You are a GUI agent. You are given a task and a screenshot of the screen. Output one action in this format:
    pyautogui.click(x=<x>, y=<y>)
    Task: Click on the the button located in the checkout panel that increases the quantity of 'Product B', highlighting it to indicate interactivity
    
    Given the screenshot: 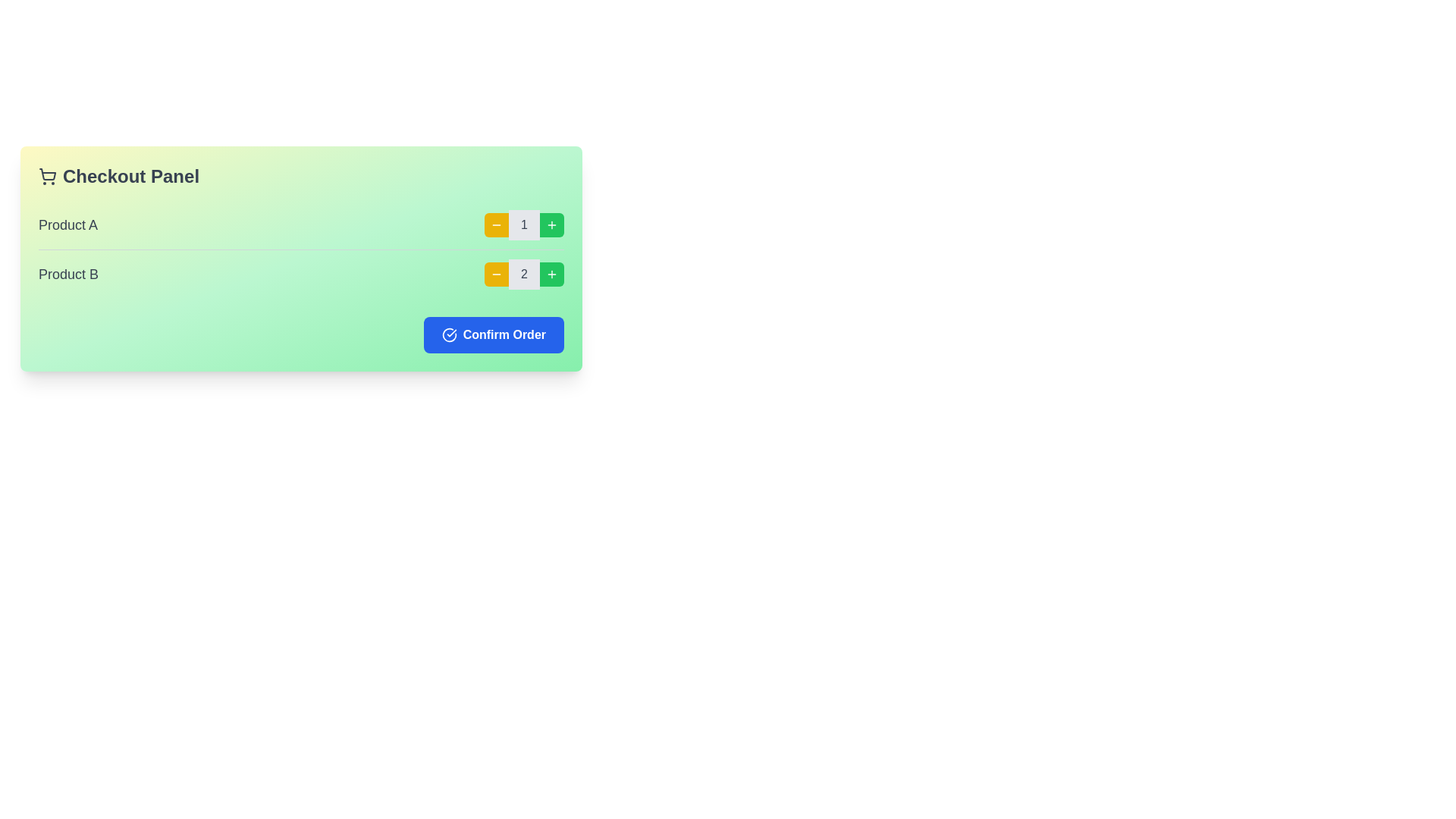 What is the action you would take?
    pyautogui.click(x=551, y=275)
    